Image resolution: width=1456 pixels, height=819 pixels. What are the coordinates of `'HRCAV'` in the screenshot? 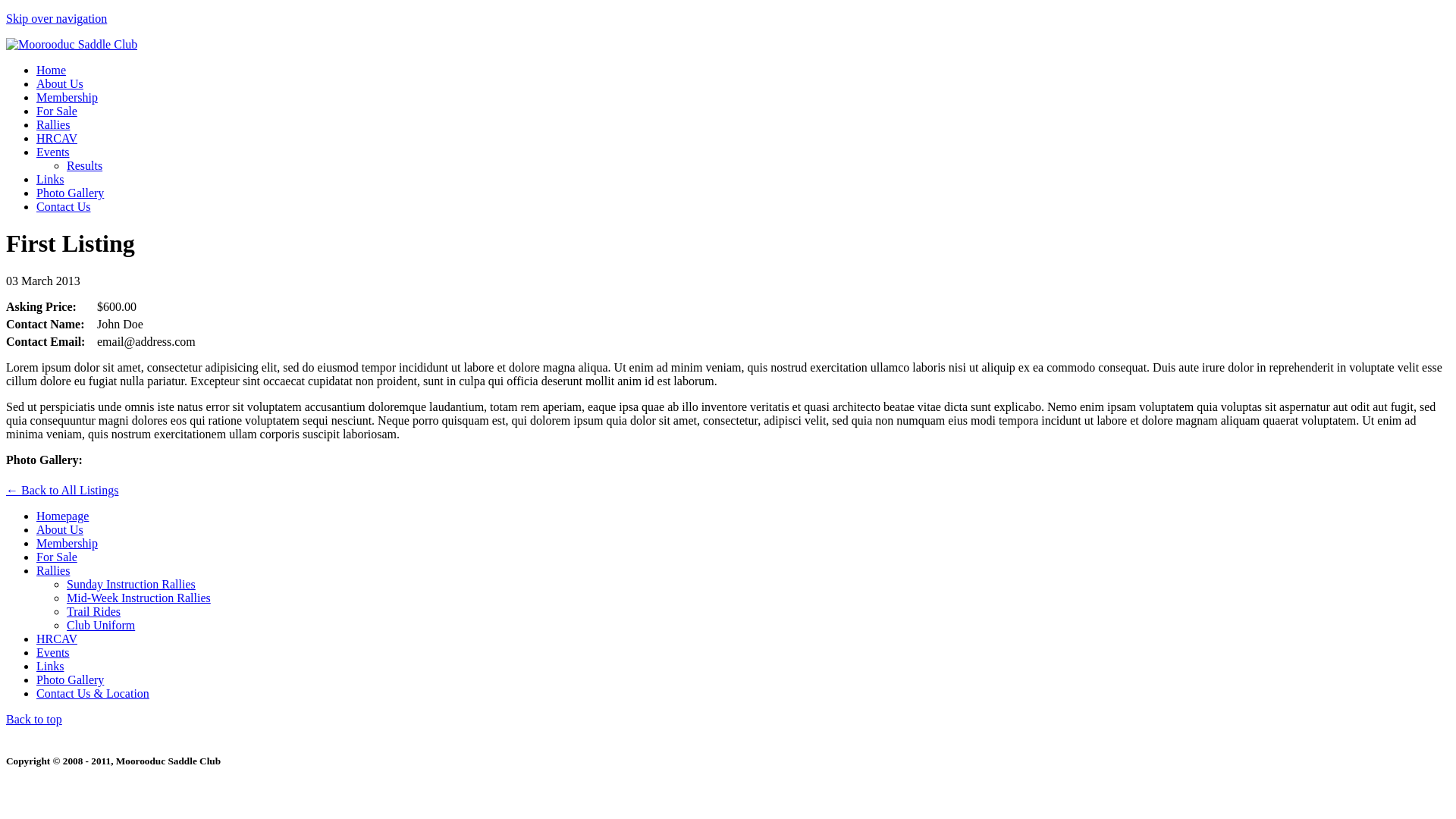 It's located at (57, 138).